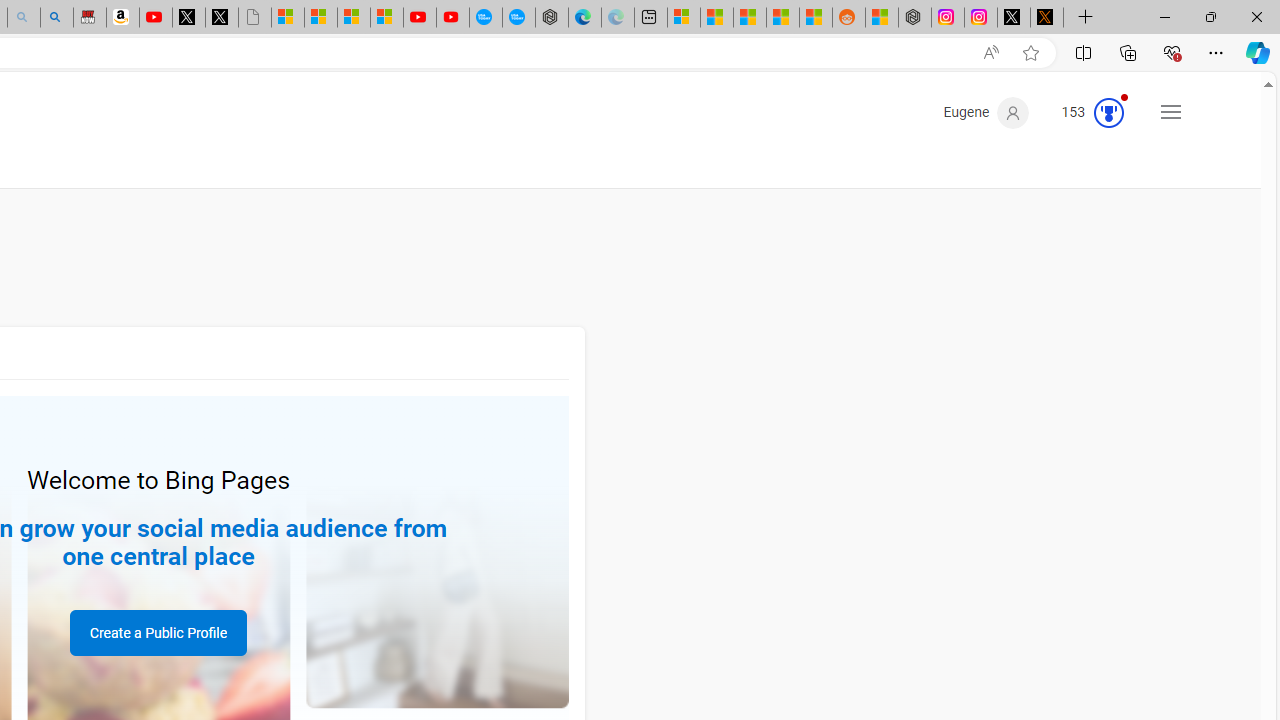 The width and height of the screenshot is (1280, 720). Describe the element at coordinates (519, 17) in the screenshot. I see `'The most popular Google '` at that location.